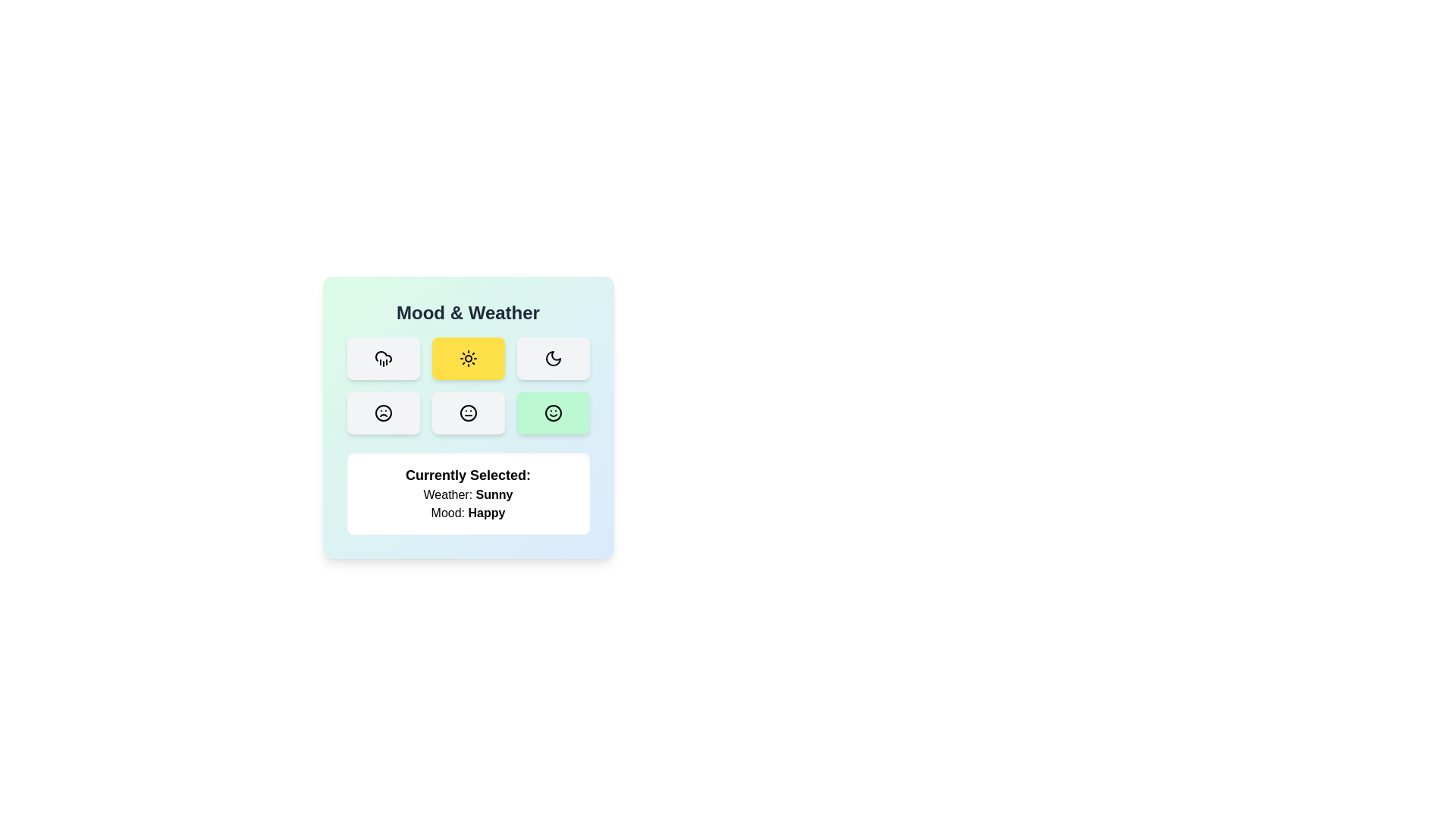 The height and width of the screenshot is (819, 1456). I want to click on the rainy weather icon located in the leftmost column of the second row in the 'Mood & Weather' section, so click(383, 356).